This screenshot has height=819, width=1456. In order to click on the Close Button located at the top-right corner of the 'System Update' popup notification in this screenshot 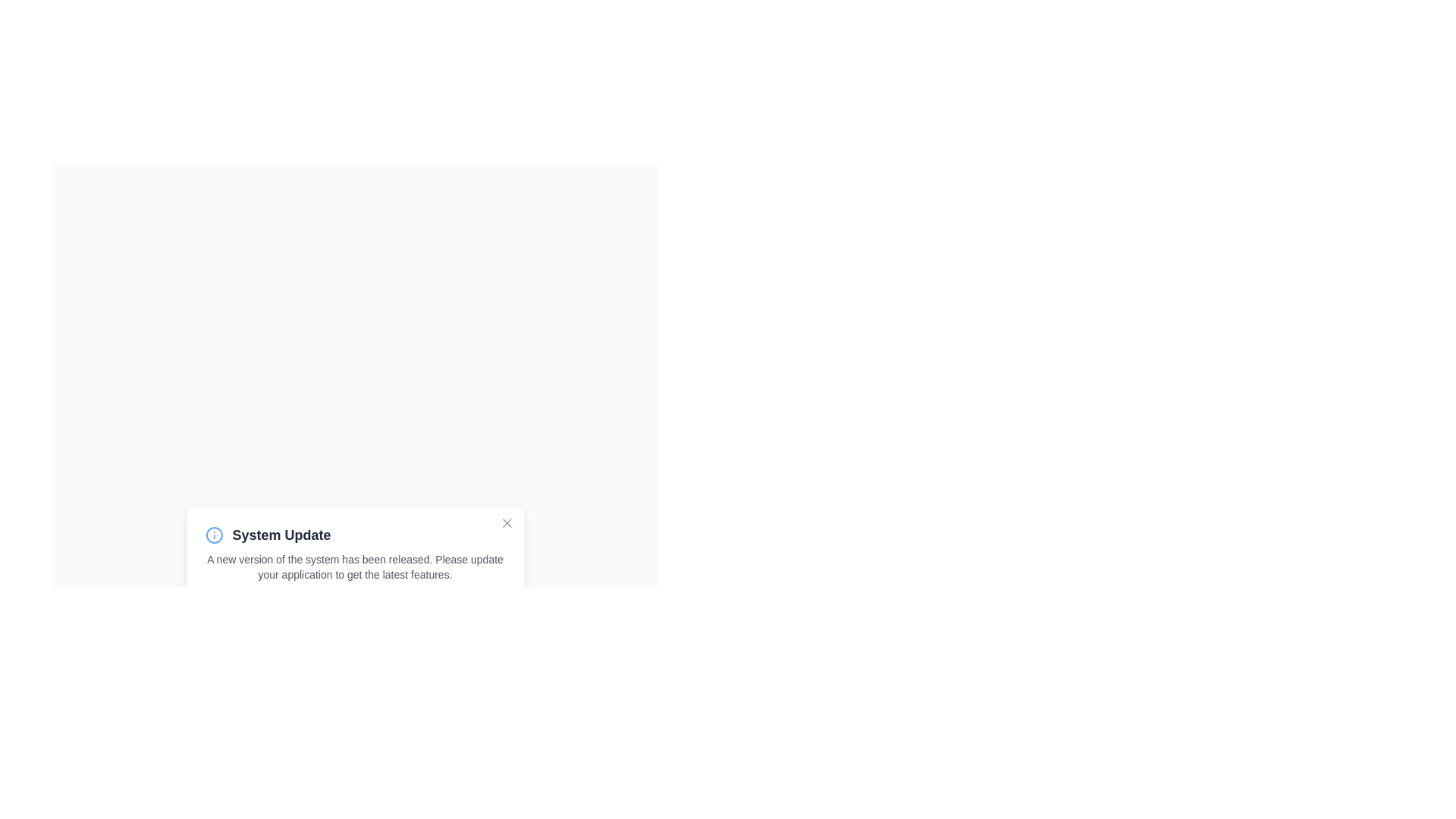, I will do `click(507, 522)`.